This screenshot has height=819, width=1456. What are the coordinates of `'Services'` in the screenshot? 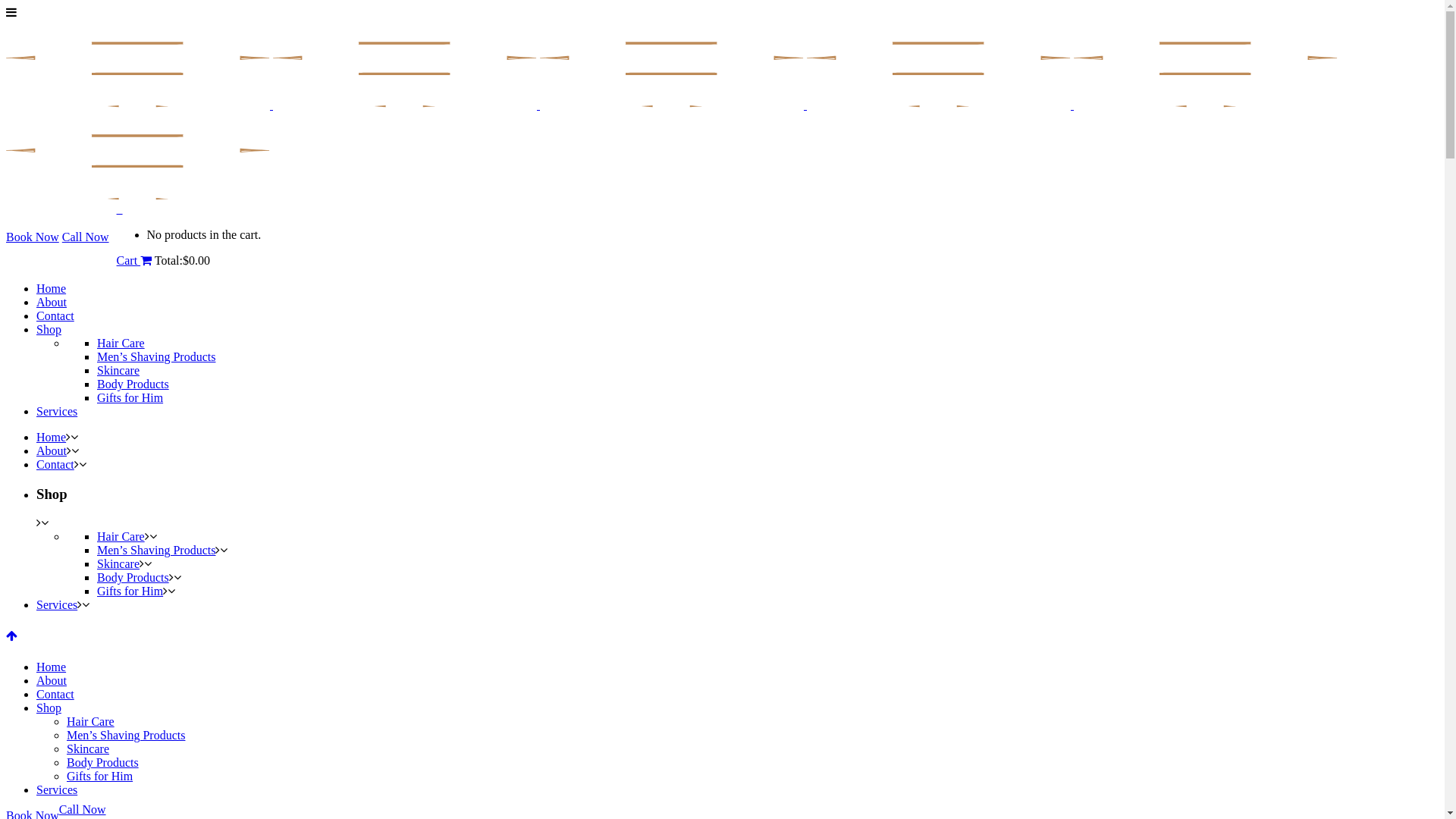 It's located at (57, 411).